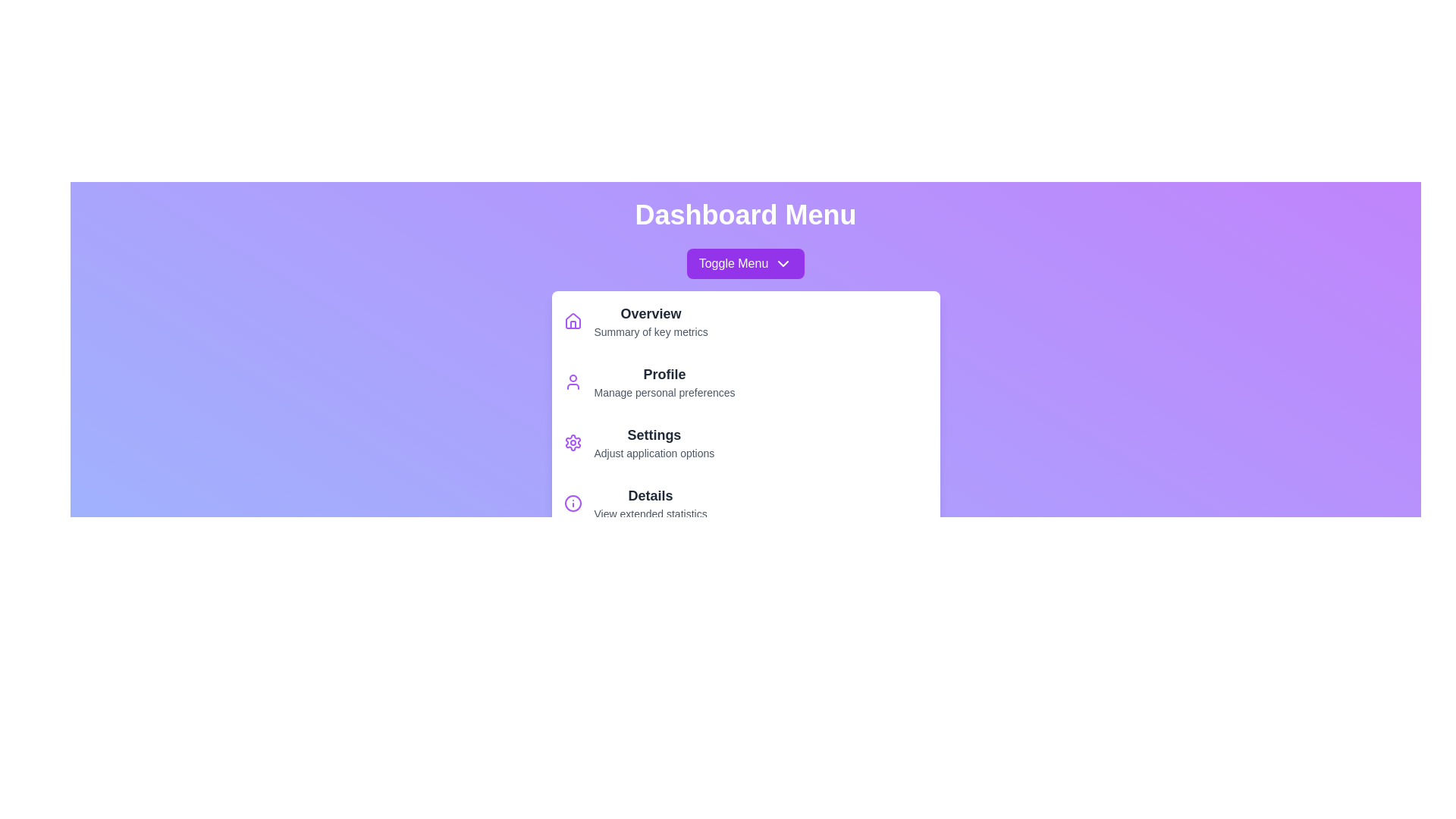  Describe the element at coordinates (745, 442) in the screenshot. I see `the menu item labeled Settings to highlight it` at that location.